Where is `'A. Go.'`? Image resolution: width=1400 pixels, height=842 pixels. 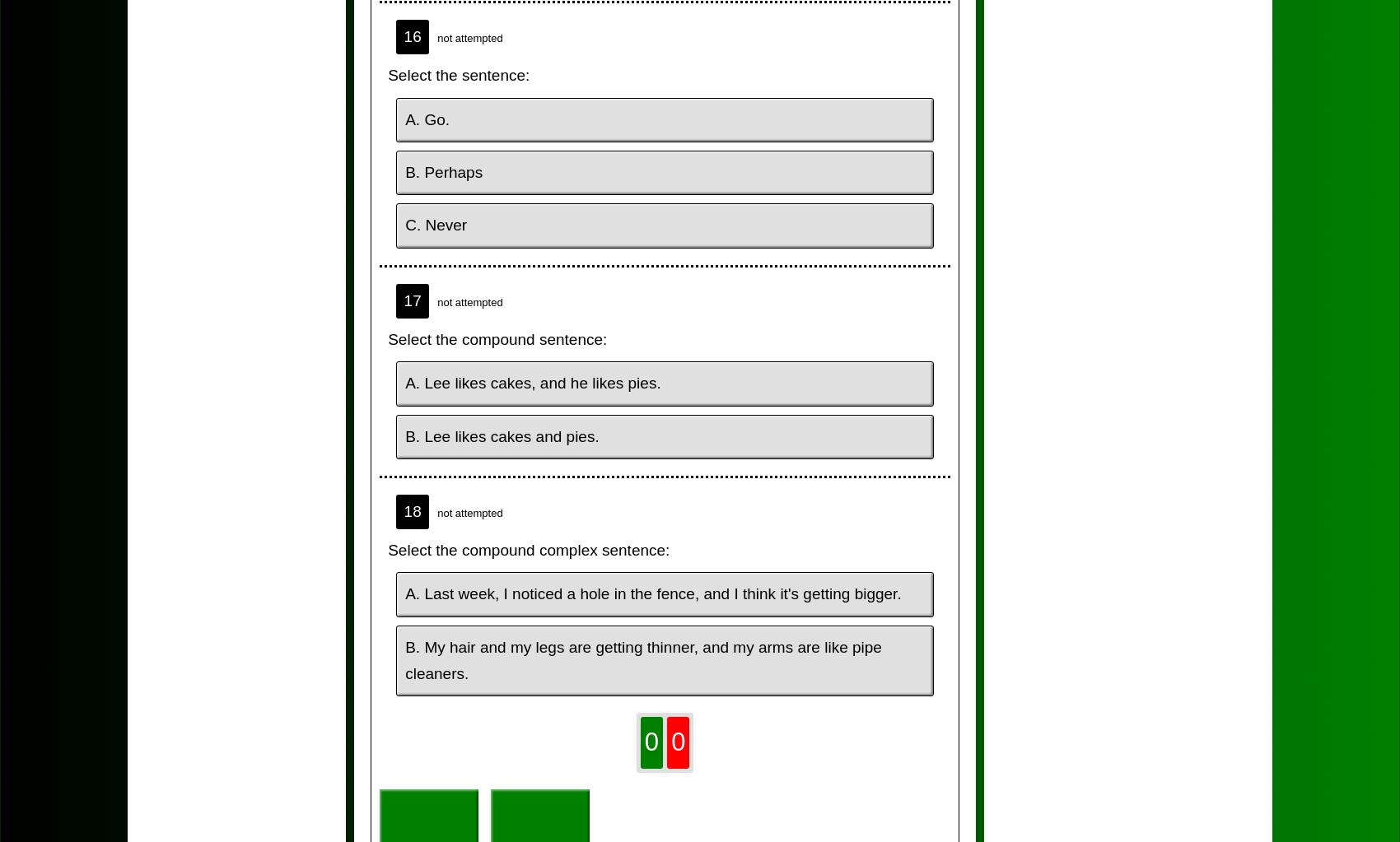 'A. Go.' is located at coordinates (427, 118).